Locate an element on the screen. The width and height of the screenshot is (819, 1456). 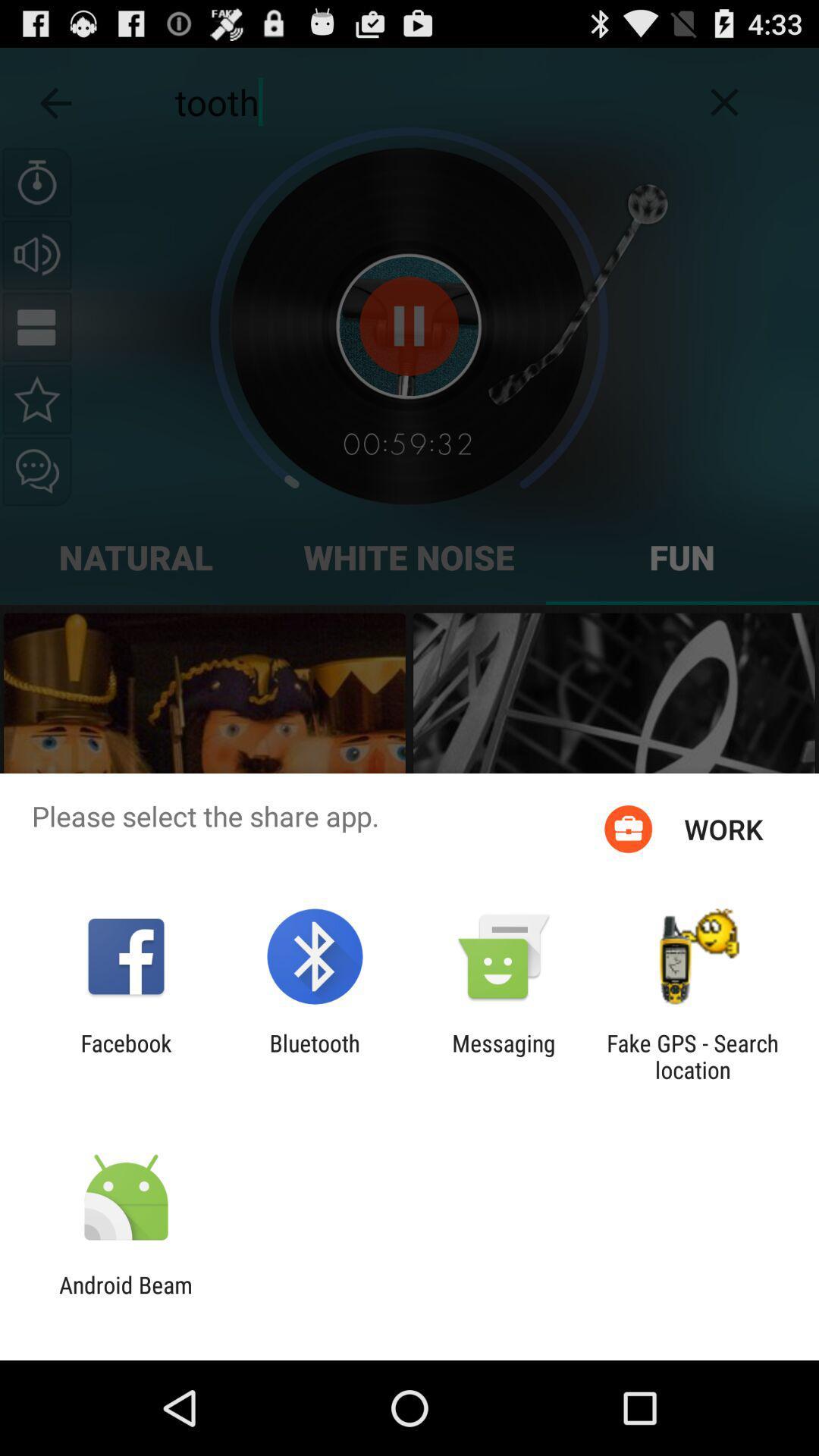
icon to the right of the messaging item is located at coordinates (692, 1056).